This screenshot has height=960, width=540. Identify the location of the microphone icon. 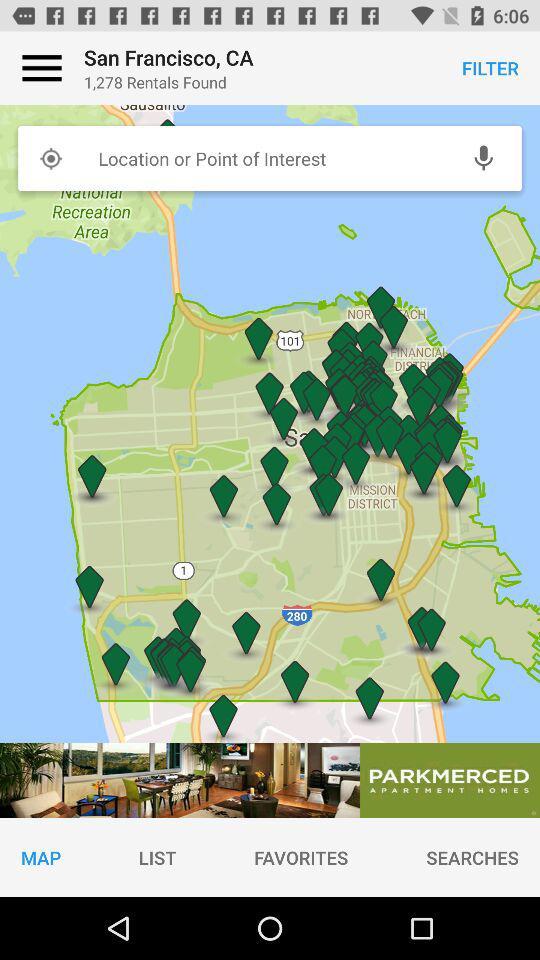
(482, 157).